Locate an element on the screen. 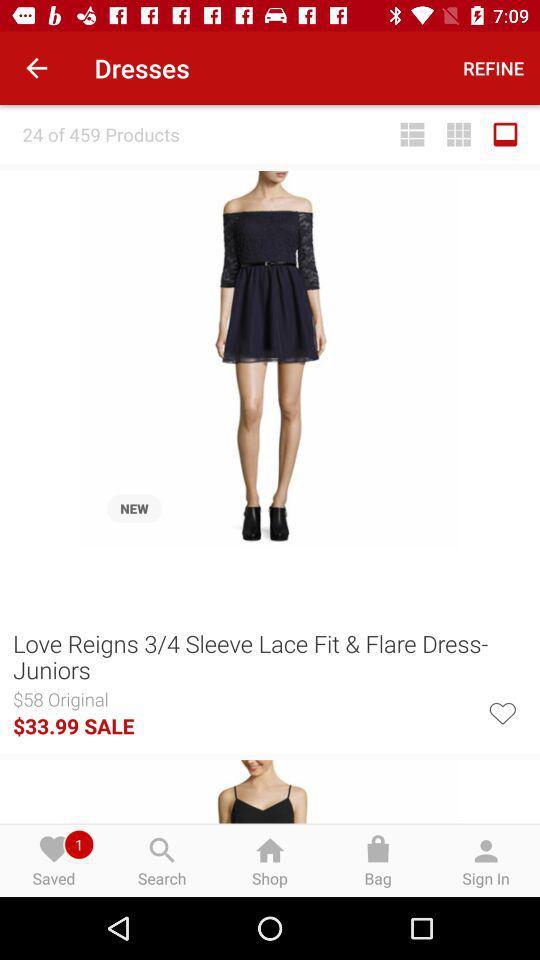 This screenshot has height=960, width=540. the icon next to dresses item is located at coordinates (36, 68).